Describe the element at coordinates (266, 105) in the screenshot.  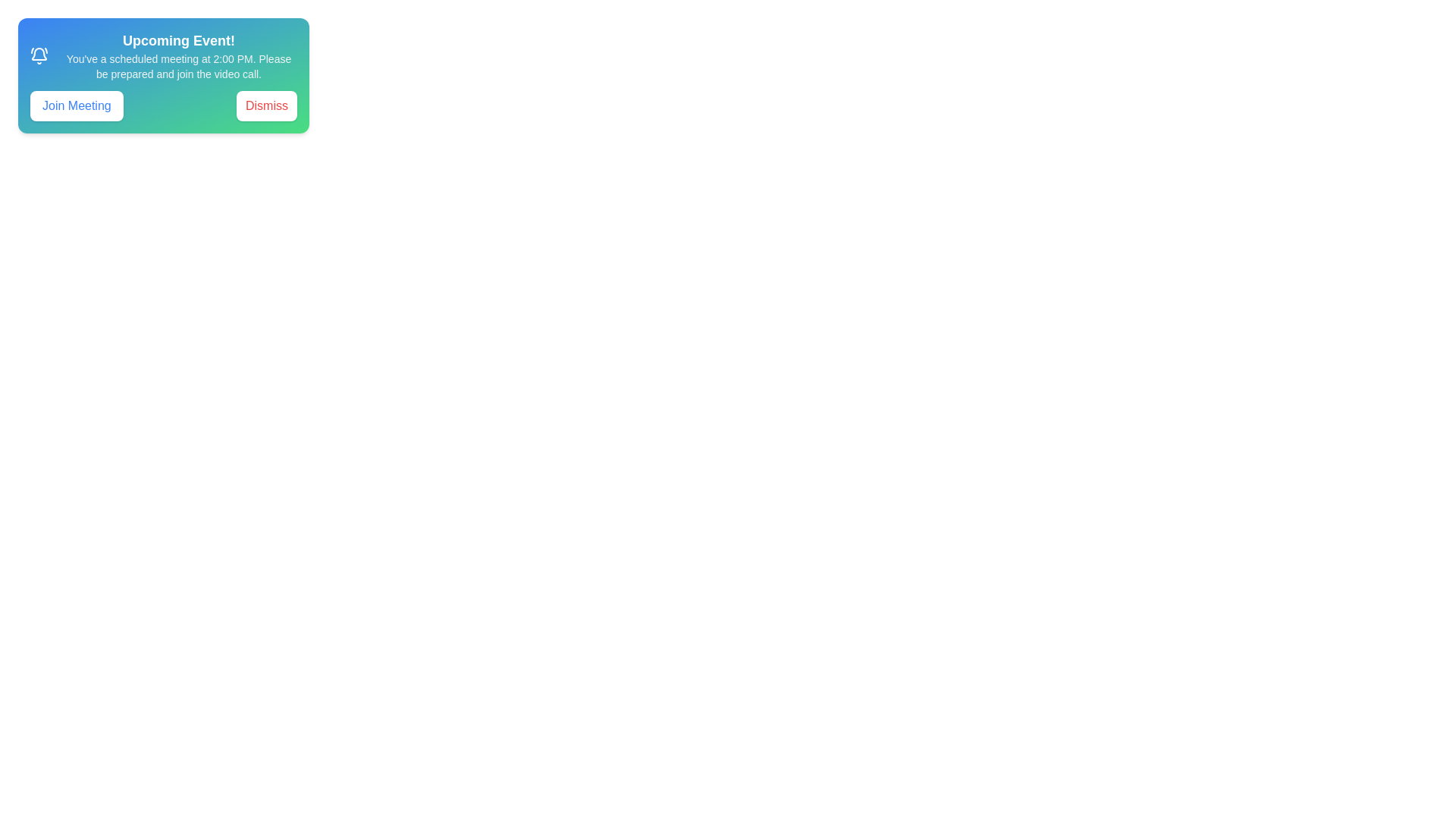
I see `the 'Dismiss' button to dismiss the reminder` at that location.